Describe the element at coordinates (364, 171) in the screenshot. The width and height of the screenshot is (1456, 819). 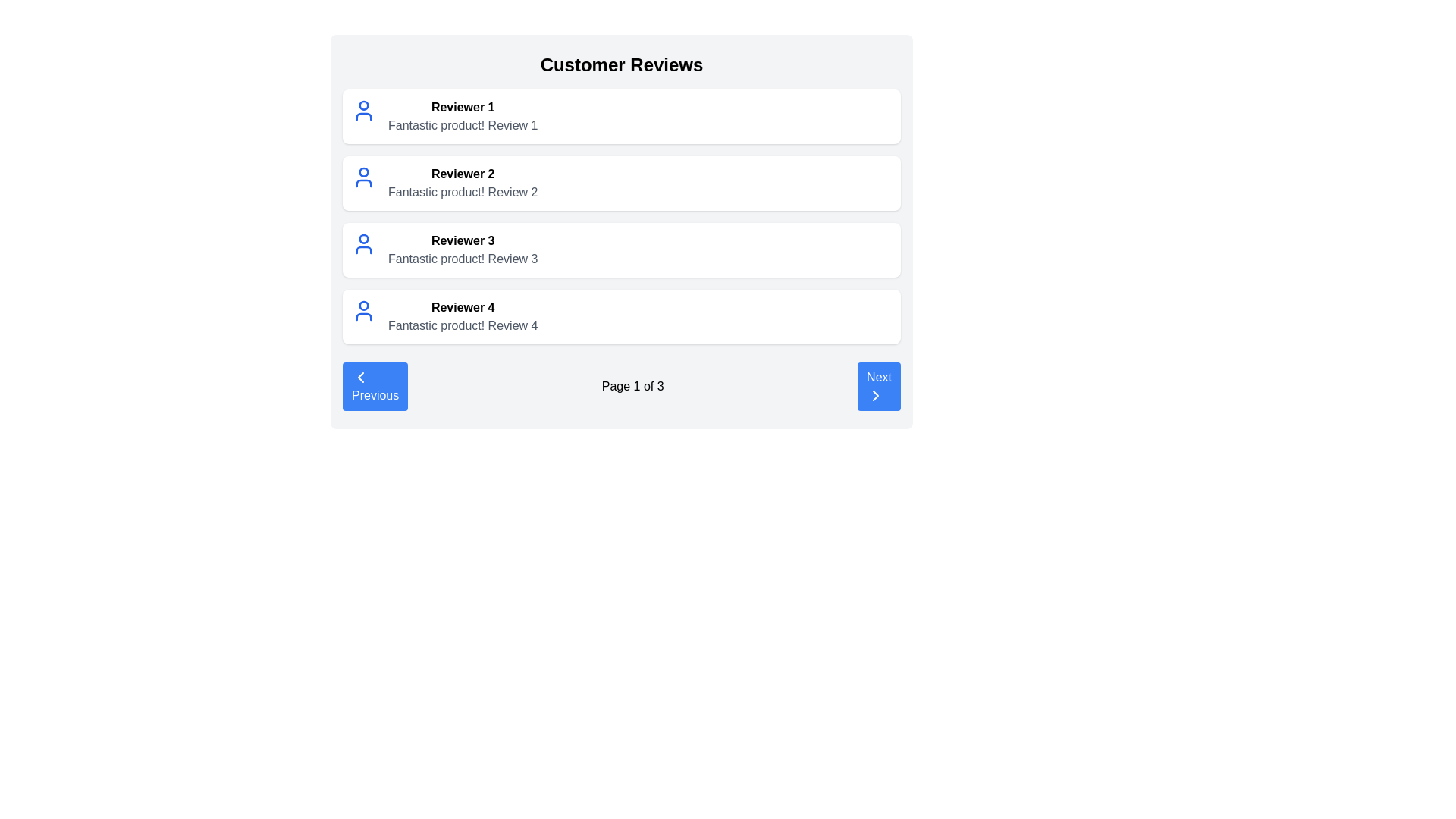
I see `the circular user icon graphic representing the head of the person, located to the left of the text 'Reviewer 2' in a vertical list` at that location.